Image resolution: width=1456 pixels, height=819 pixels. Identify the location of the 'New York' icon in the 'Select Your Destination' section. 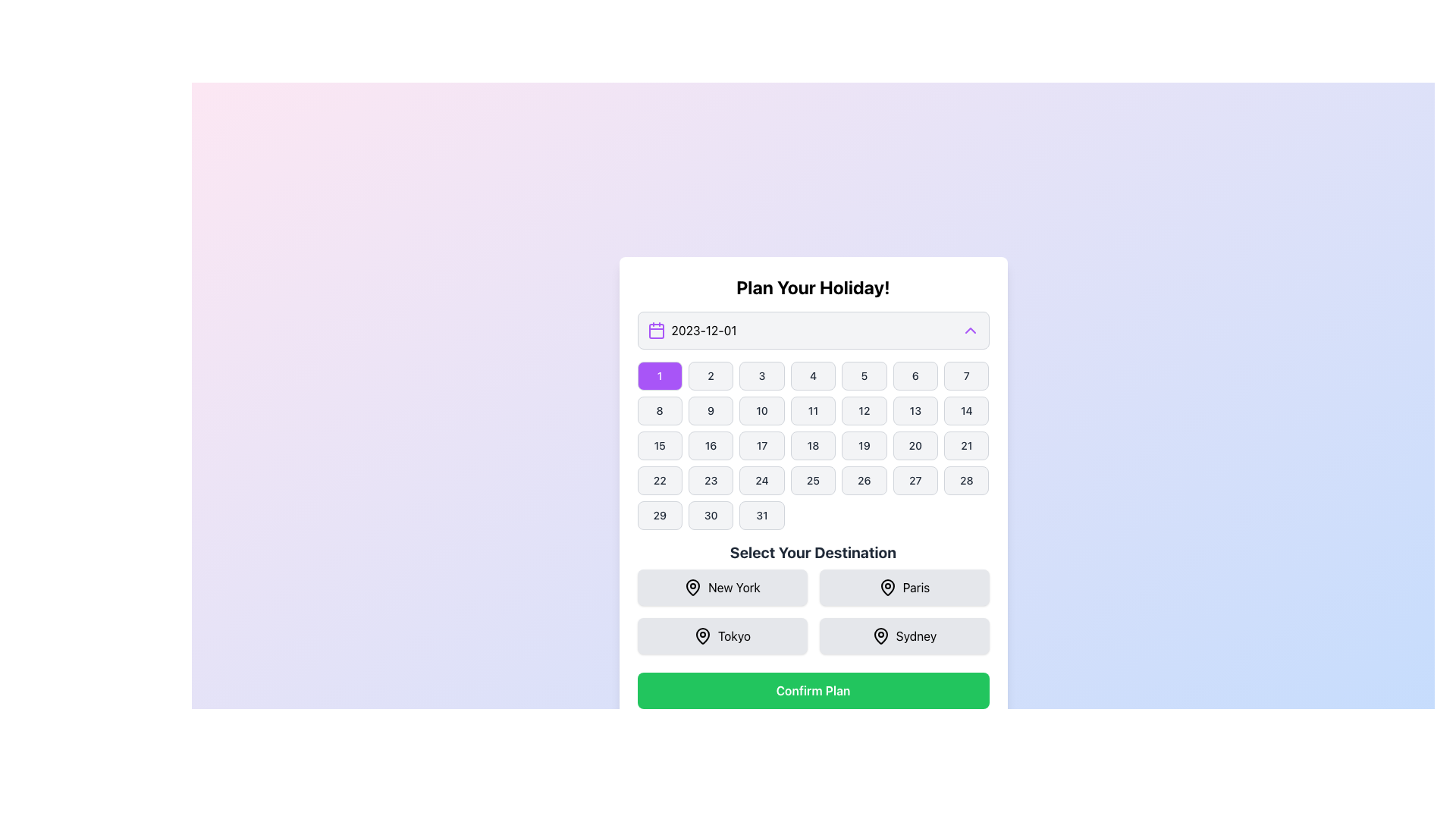
(692, 587).